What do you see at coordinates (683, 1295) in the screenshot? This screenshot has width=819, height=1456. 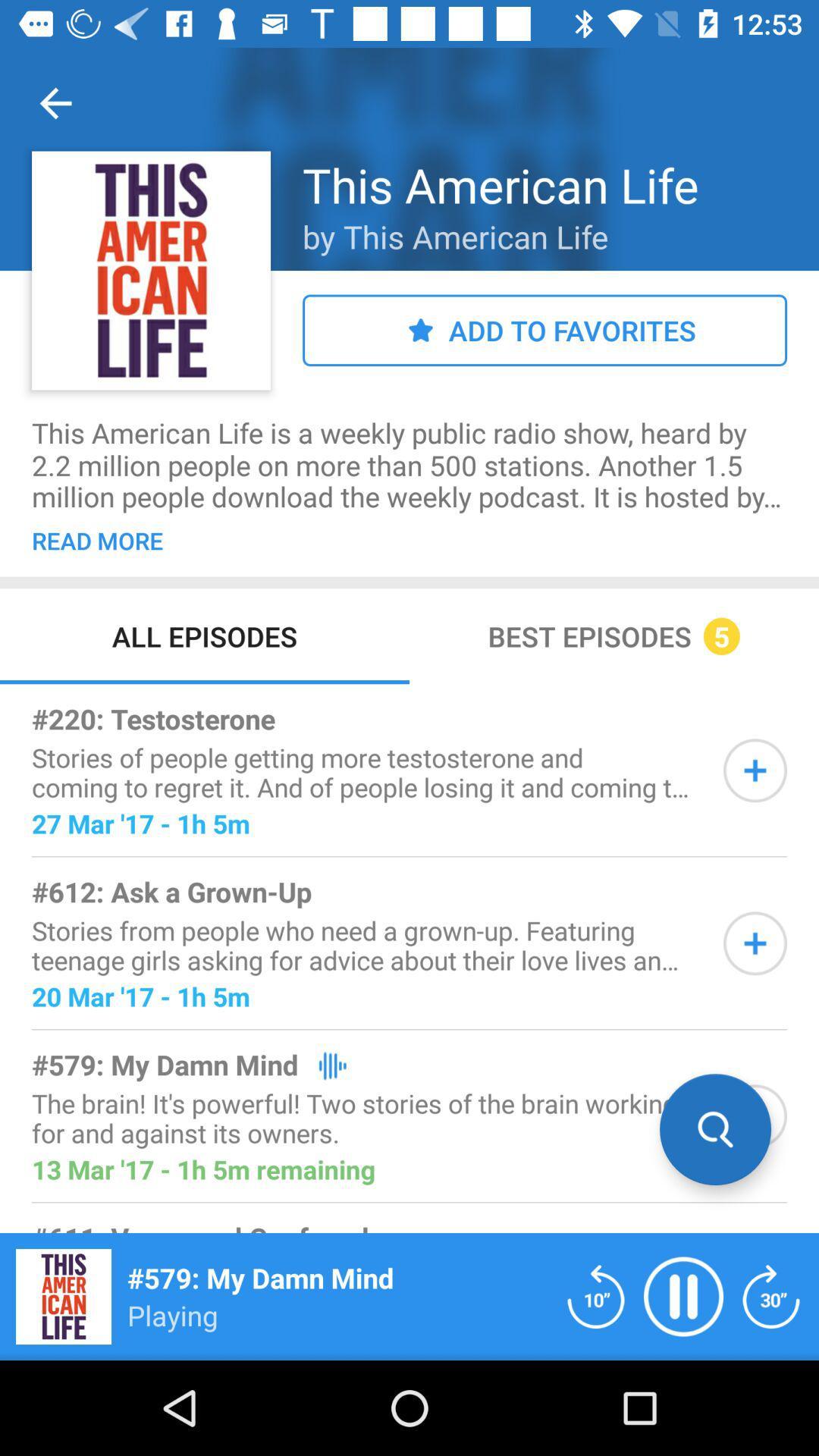 I see `the pause icon` at bounding box center [683, 1295].